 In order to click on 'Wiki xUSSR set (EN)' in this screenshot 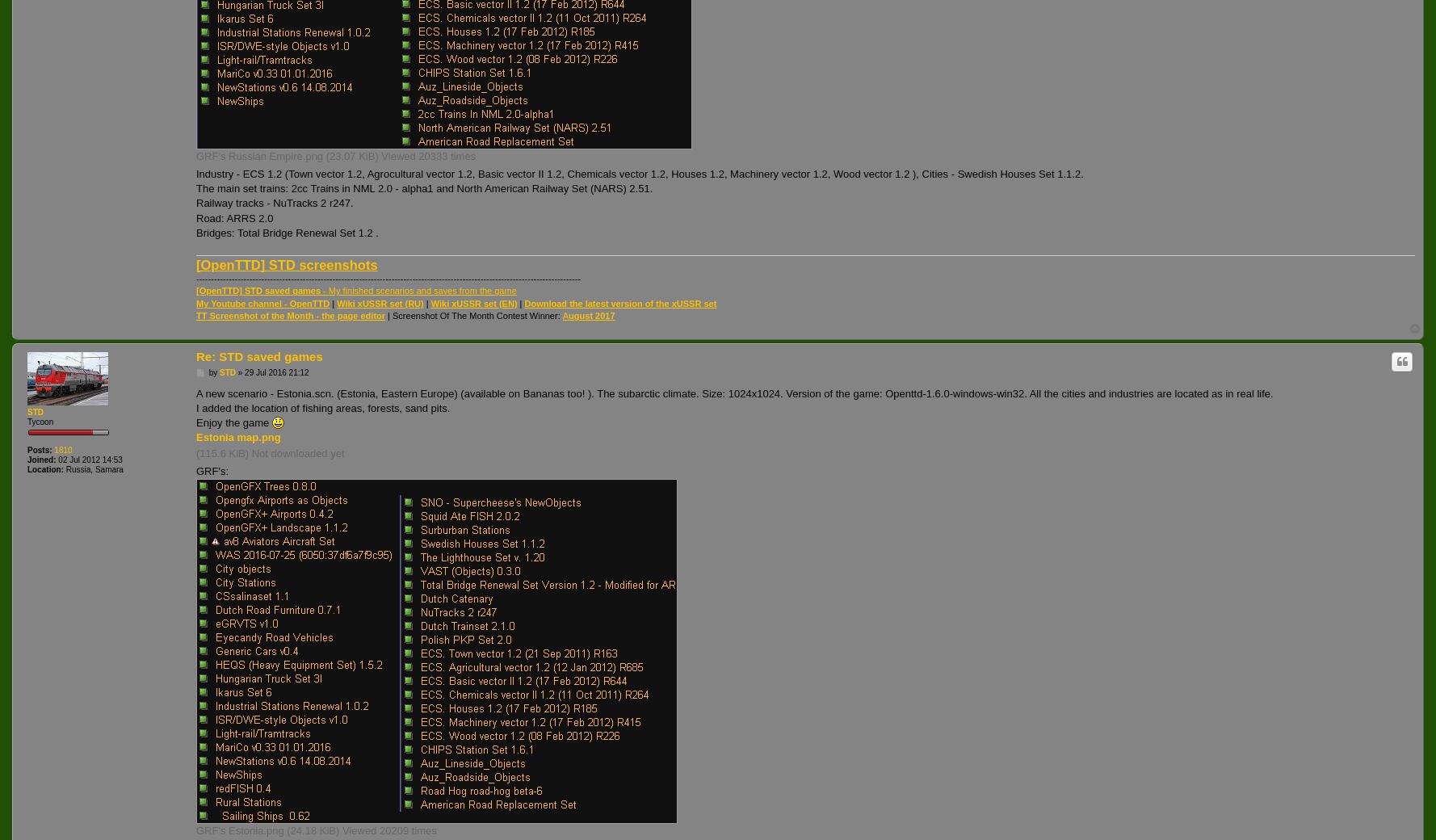, I will do `click(472, 302)`.